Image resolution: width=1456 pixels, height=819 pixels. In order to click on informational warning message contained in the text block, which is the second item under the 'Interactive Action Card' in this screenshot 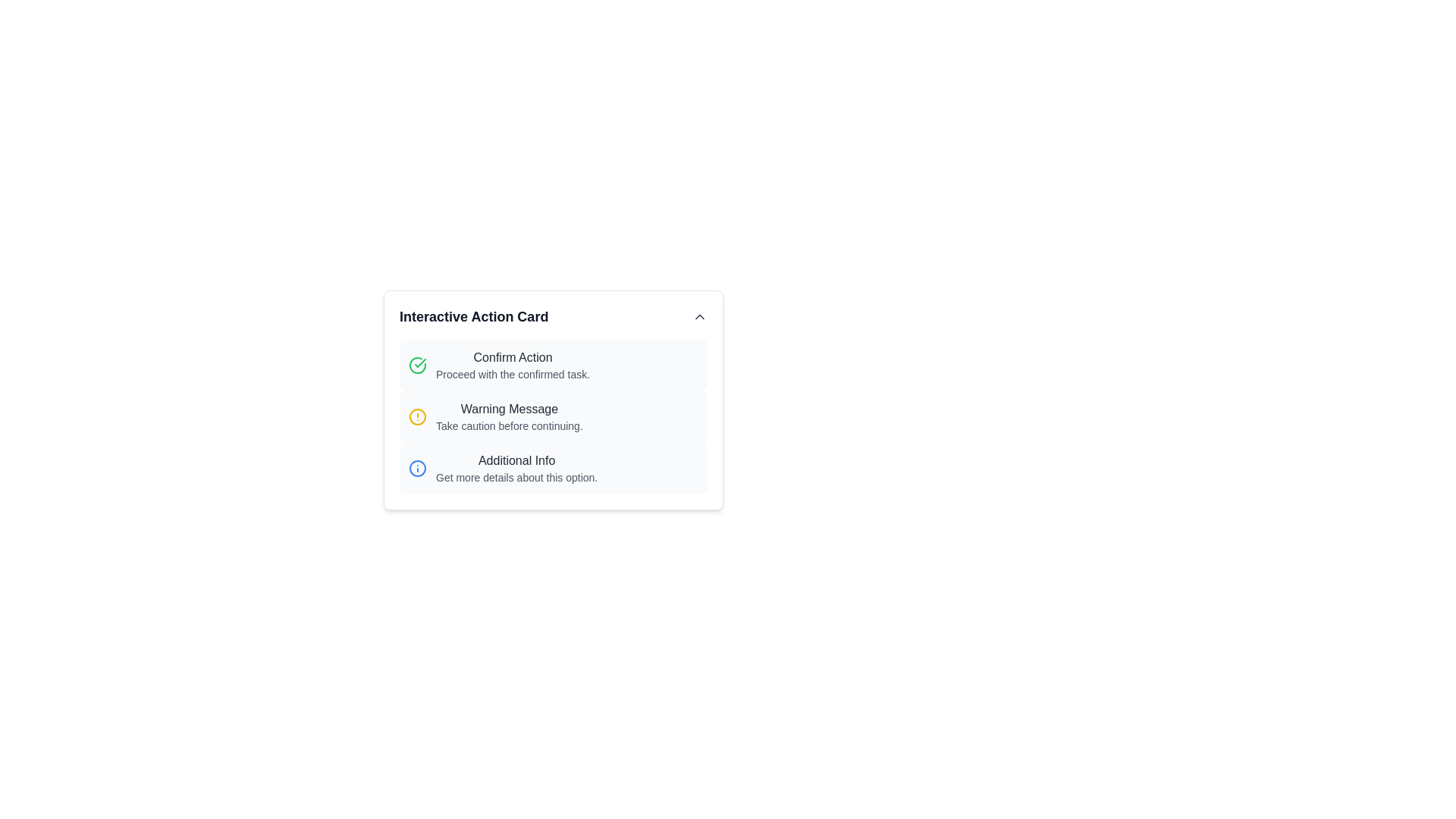, I will do `click(510, 417)`.